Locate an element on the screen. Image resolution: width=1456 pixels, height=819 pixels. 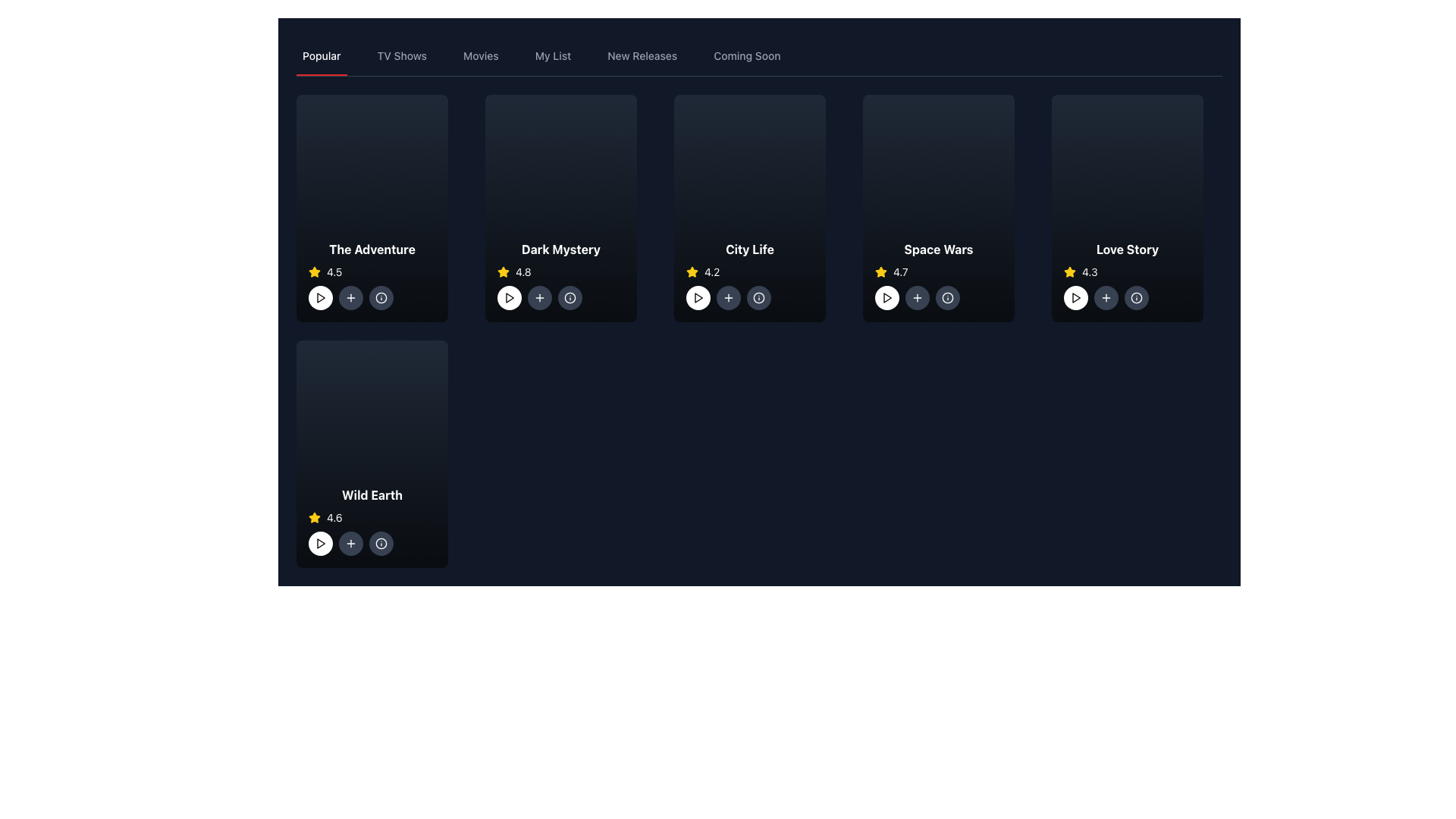
the Text Label that serves as the title for the movie 'Love Story', located in the bottom section of the card layout, directly above the rating and action buttons is located at coordinates (1128, 248).